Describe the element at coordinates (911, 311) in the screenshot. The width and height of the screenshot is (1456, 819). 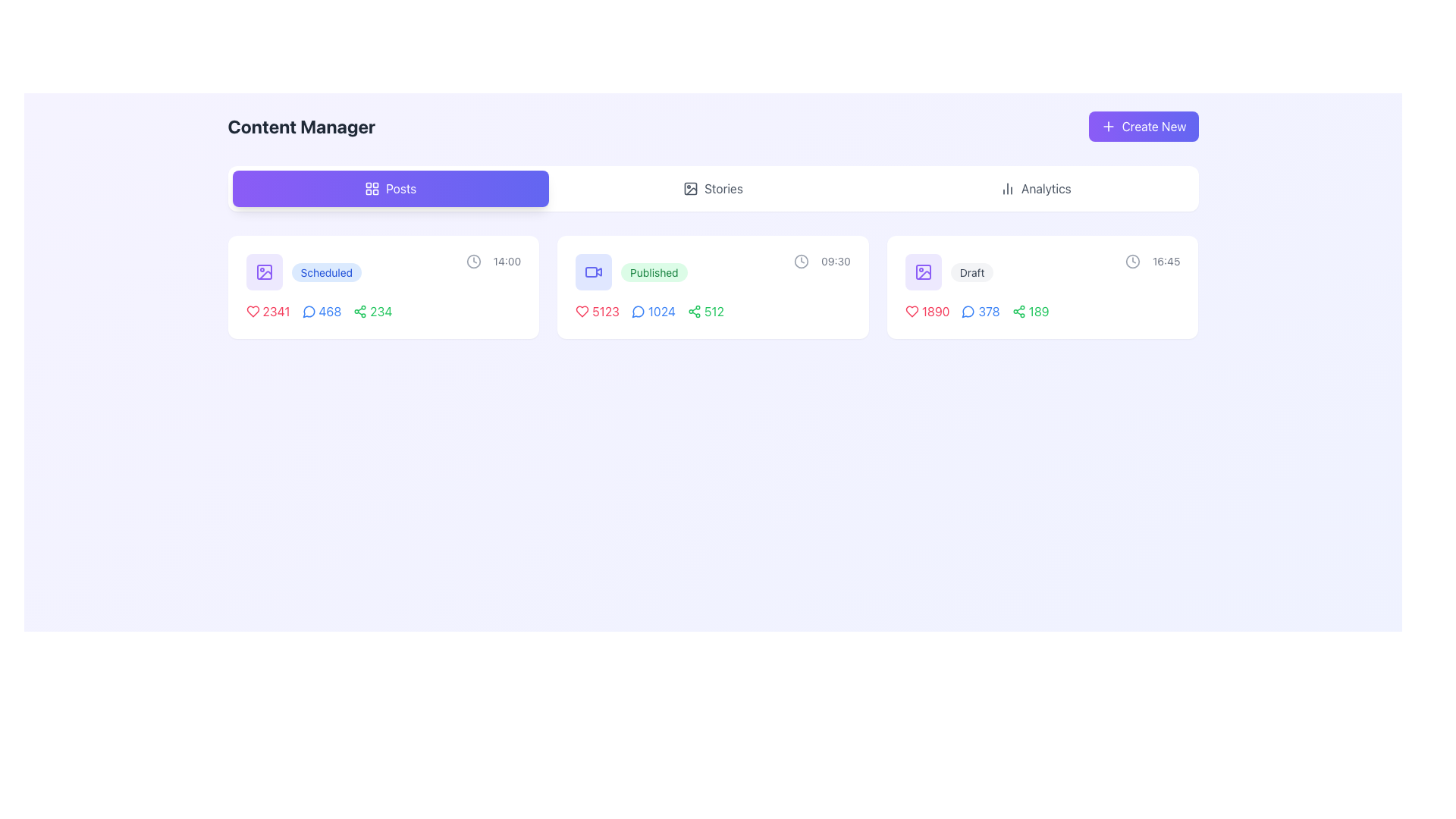
I see `the heart-shaped icon located in the lower left section of the 'Draft' card, next to the number '1890', which represents likes or engagement` at that location.